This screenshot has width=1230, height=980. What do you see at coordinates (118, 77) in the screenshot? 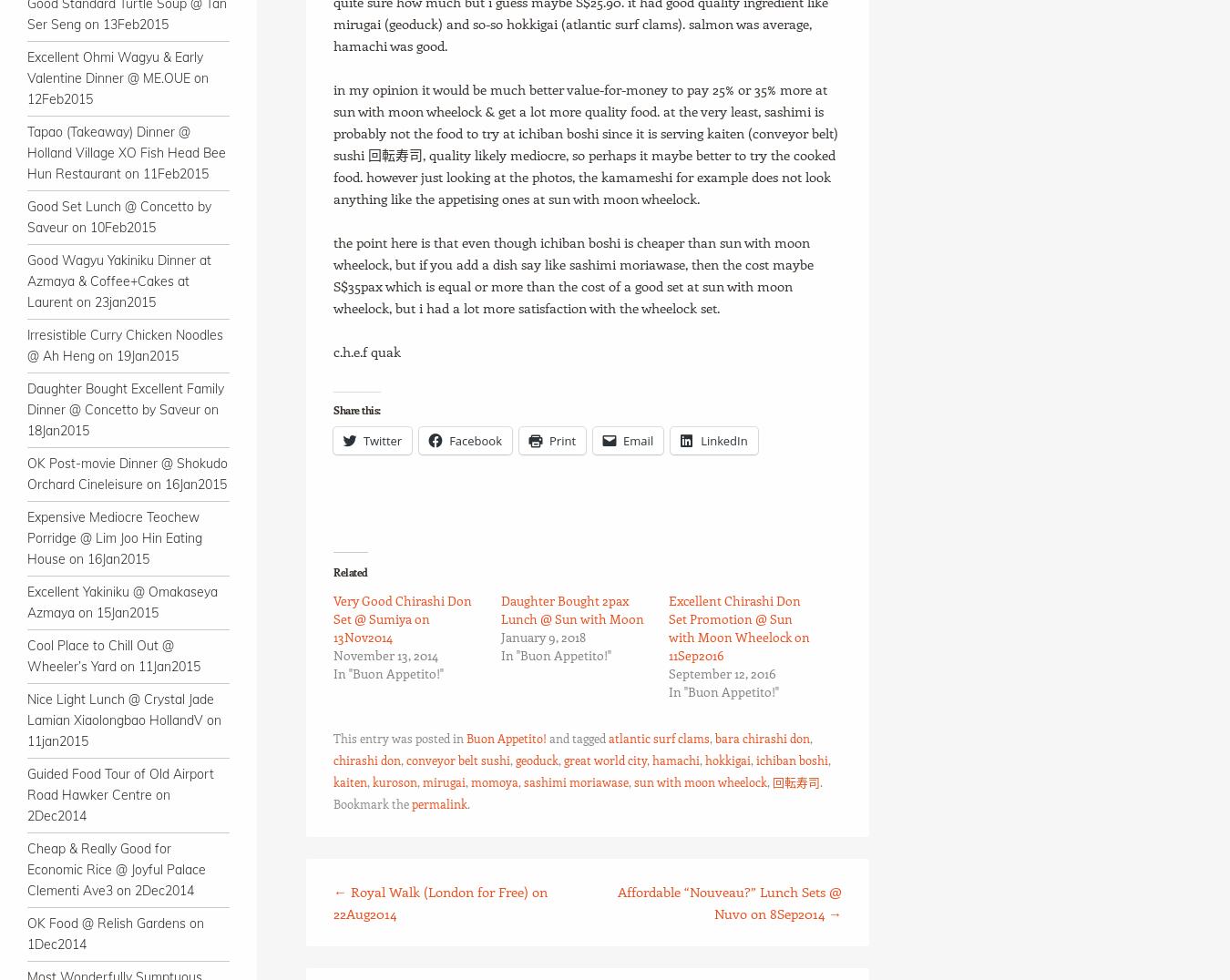
I see `'Excellent Ohmi Wagyu & Early Valentine Dinner @ ME.OUE on 12Feb2015'` at bounding box center [118, 77].